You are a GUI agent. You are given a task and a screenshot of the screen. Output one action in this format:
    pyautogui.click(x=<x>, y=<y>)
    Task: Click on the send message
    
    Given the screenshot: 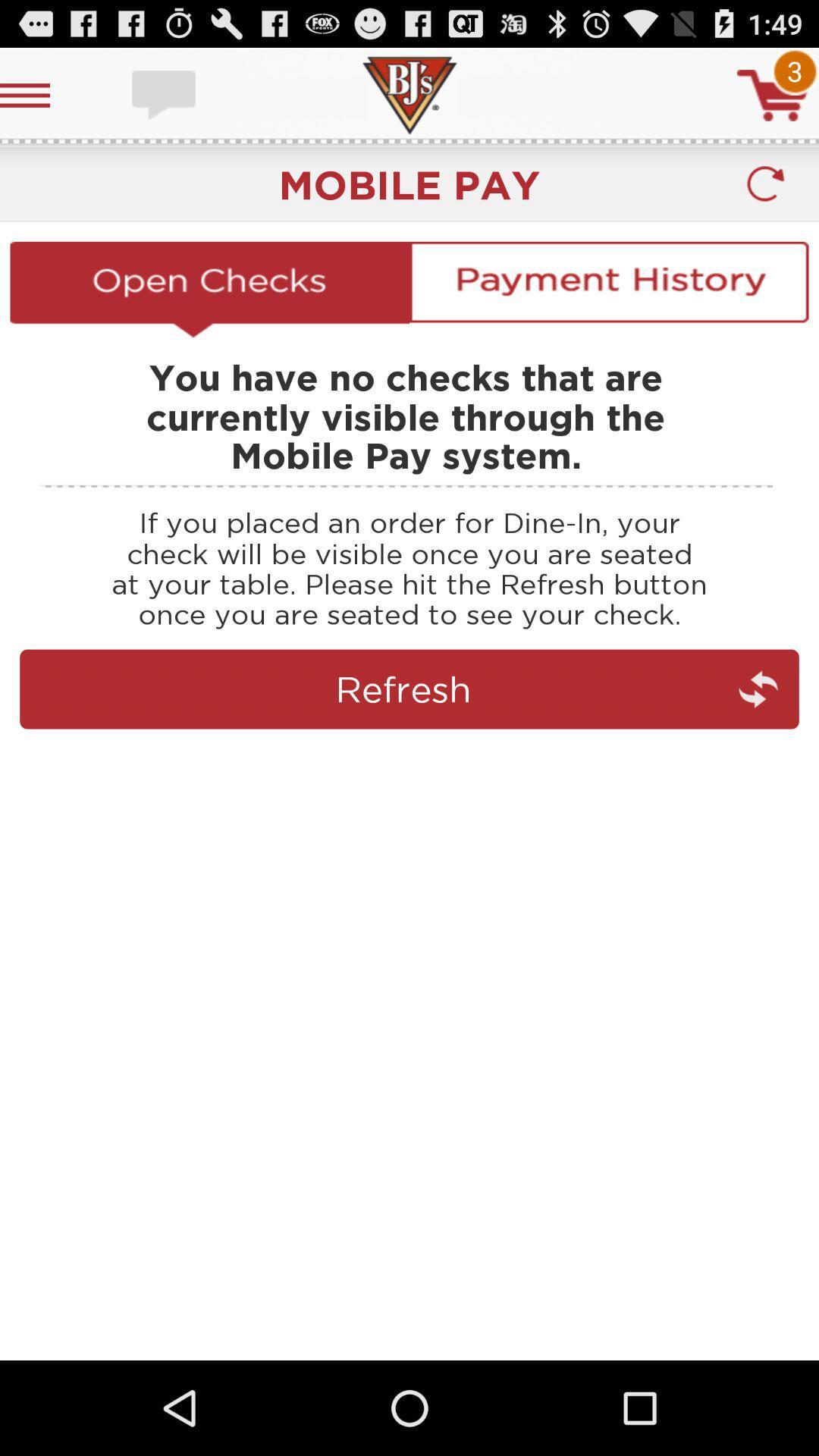 What is the action you would take?
    pyautogui.click(x=165, y=94)
    